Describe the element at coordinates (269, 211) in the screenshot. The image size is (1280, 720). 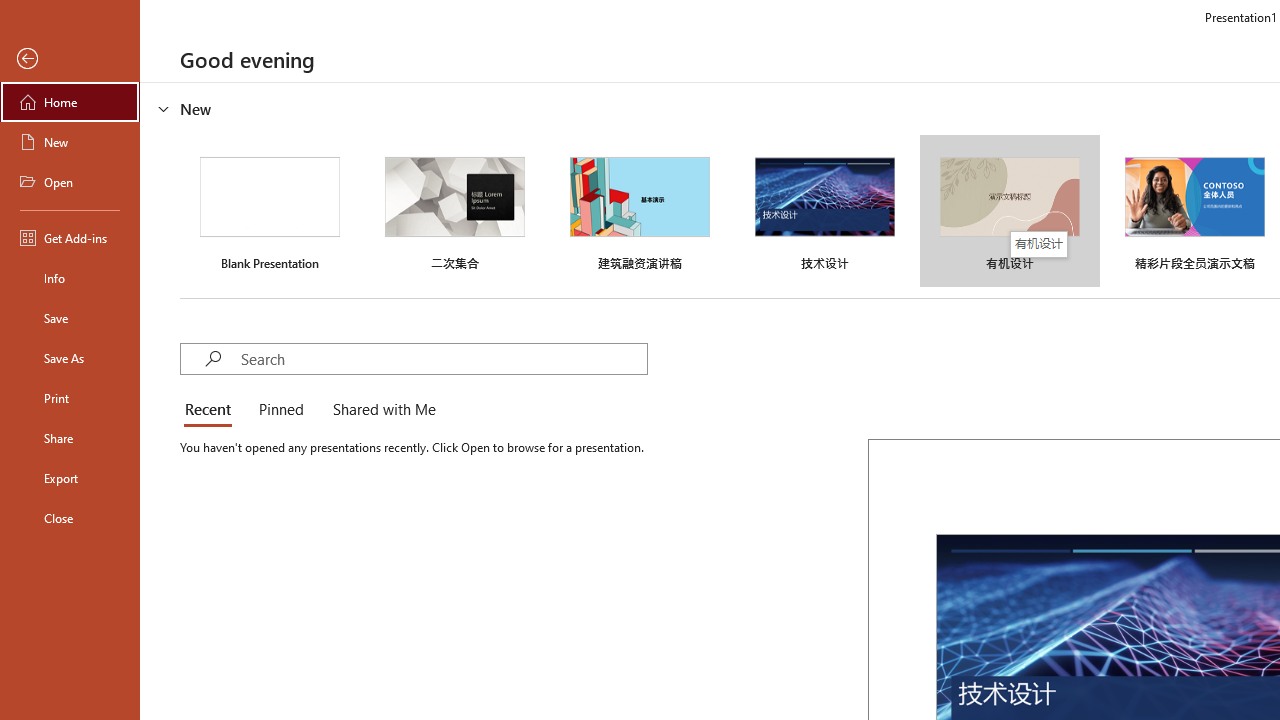
I see `'Blank Presentation'` at that location.